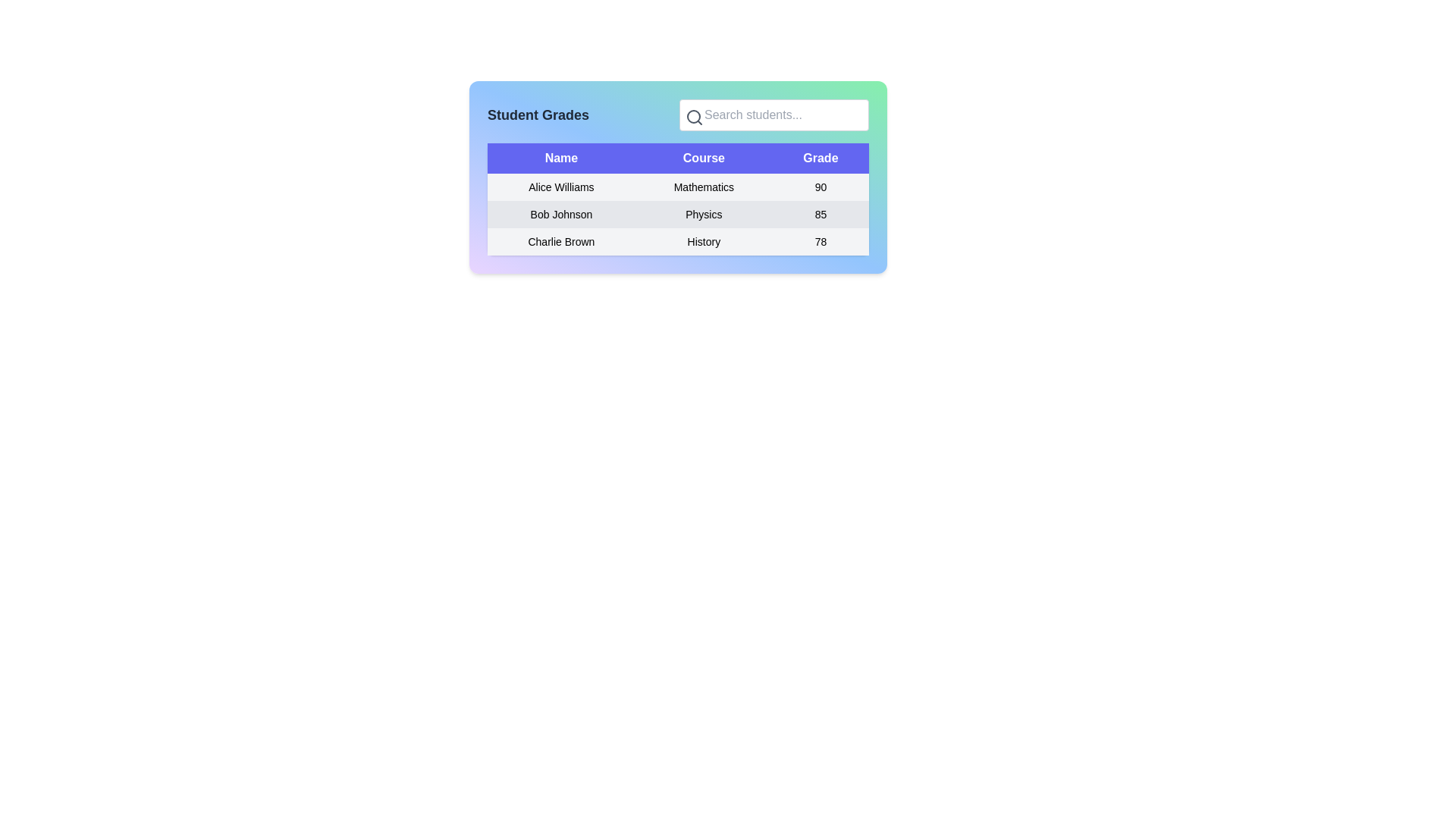 The height and width of the screenshot is (819, 1456). Describe the element at coordinates (560, 241) in the screenshot. I see `the text label representing a student's name in the grades table` at that location.